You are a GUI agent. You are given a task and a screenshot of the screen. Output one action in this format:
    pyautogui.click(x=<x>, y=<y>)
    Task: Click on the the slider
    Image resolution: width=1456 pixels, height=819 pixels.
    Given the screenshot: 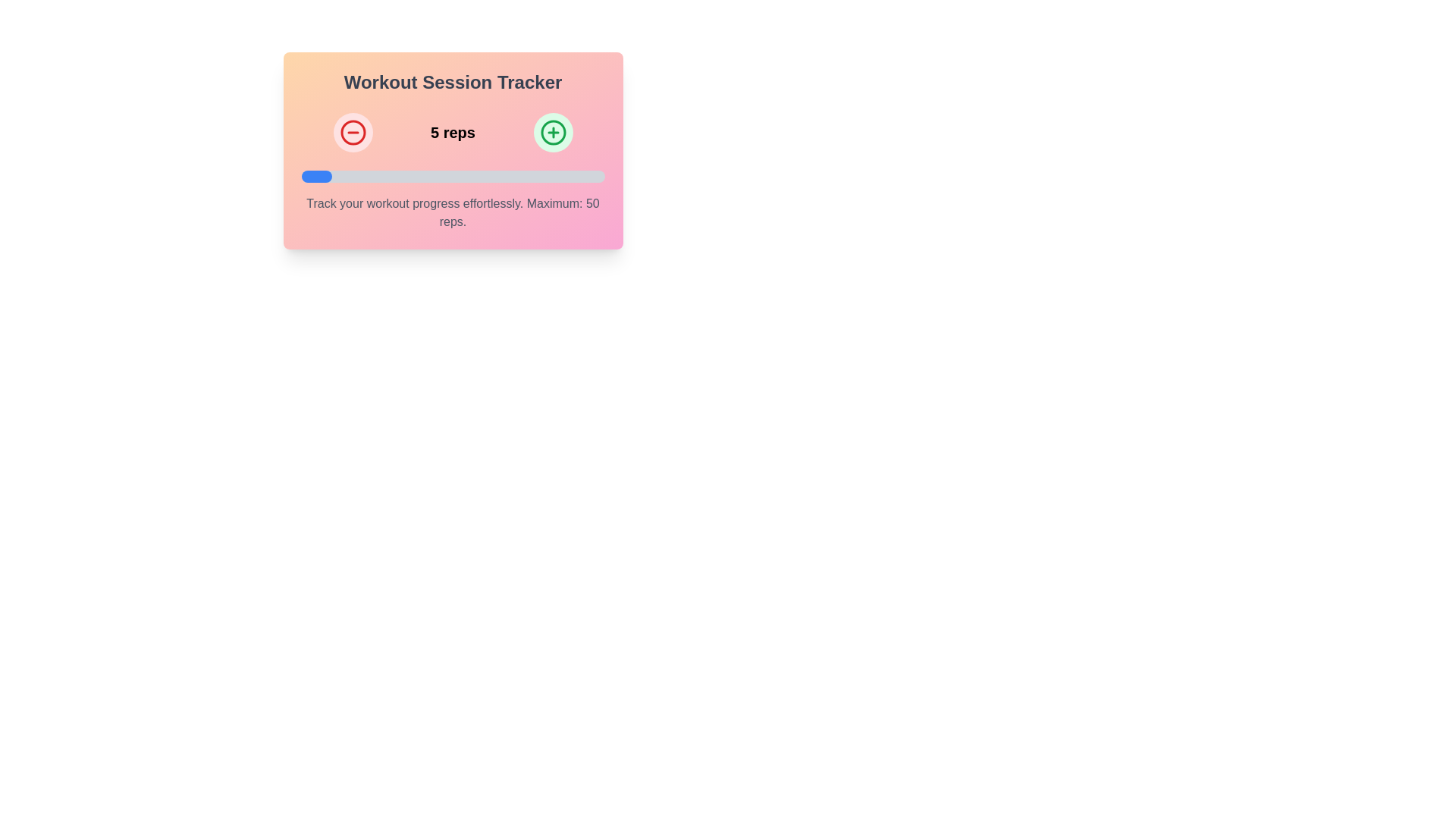 What is the action you would take?
    pyautogui.click(x=306, y=175)
    